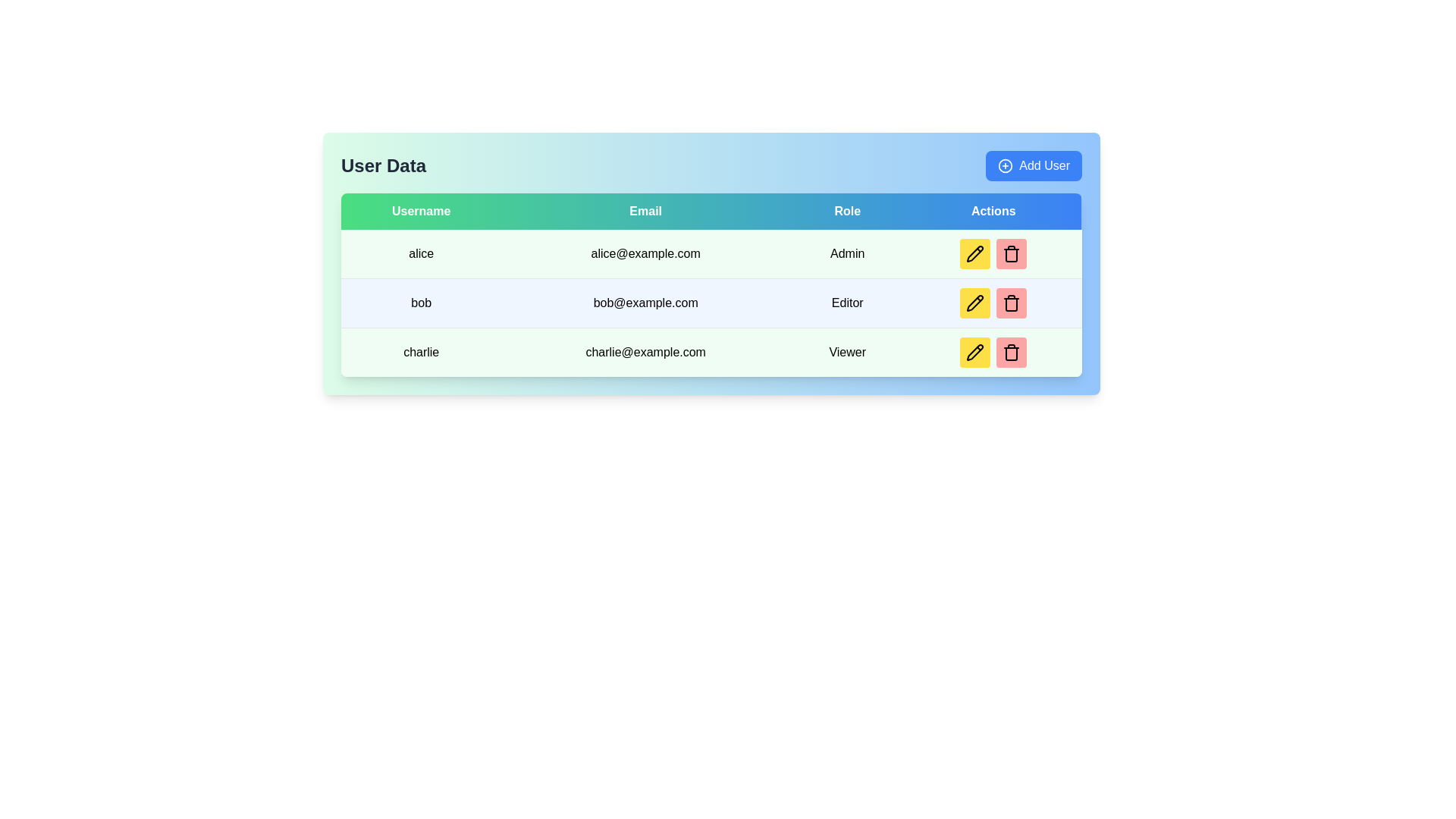 The width and height of the screenshot is (1456, 819). What do you see at coordinates (1006, 166) in the screenshot?
I see `circular SVG element that is part of the 'Add User' button located in the top-right corner of the user data panel` at bounding box center [1006, 166].